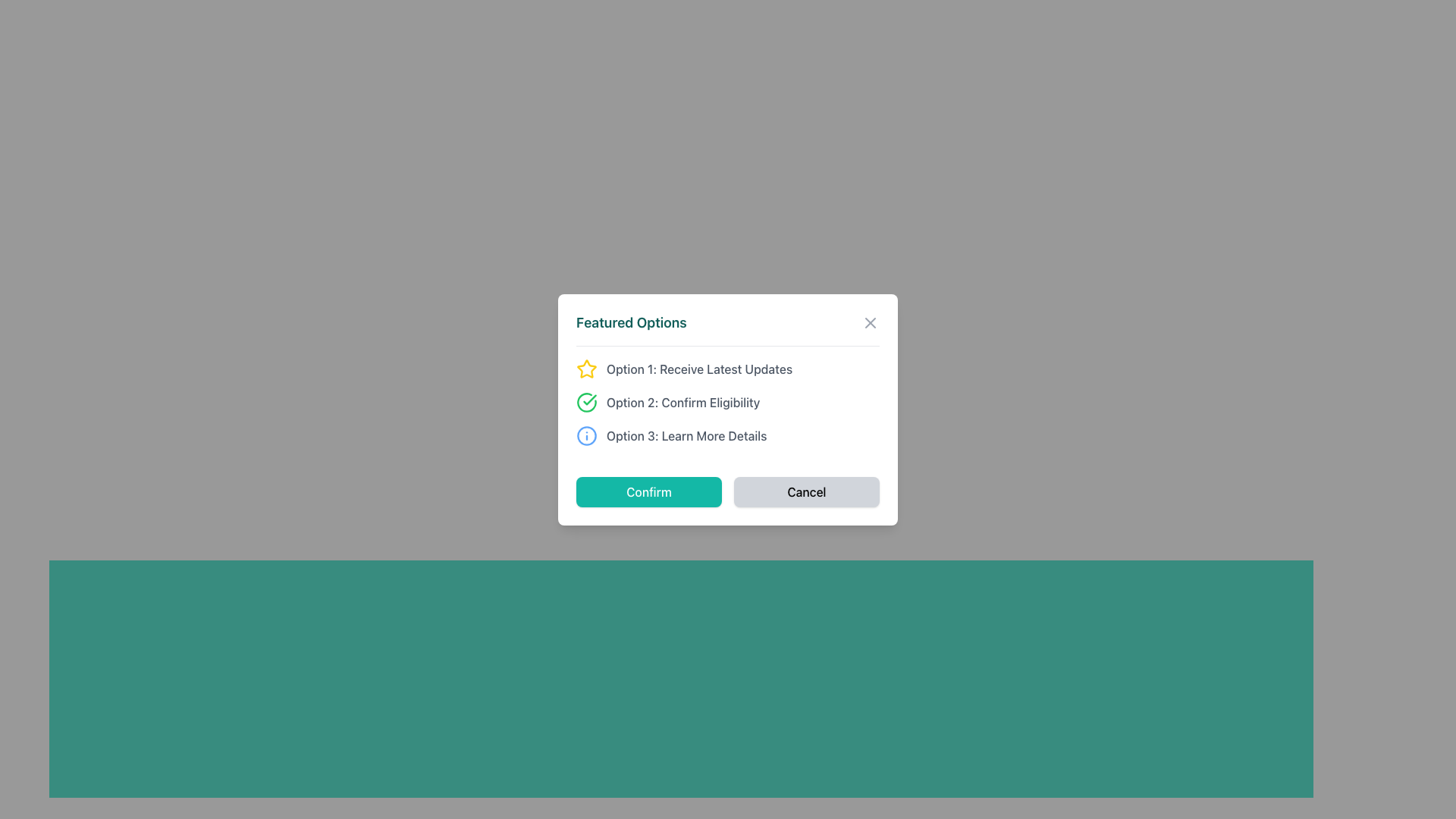 The height and width of the screenshot is (819, 1456). I want to click on the button group containing 'Confirm' and 'Cancel' buttons, so click(728, 491).